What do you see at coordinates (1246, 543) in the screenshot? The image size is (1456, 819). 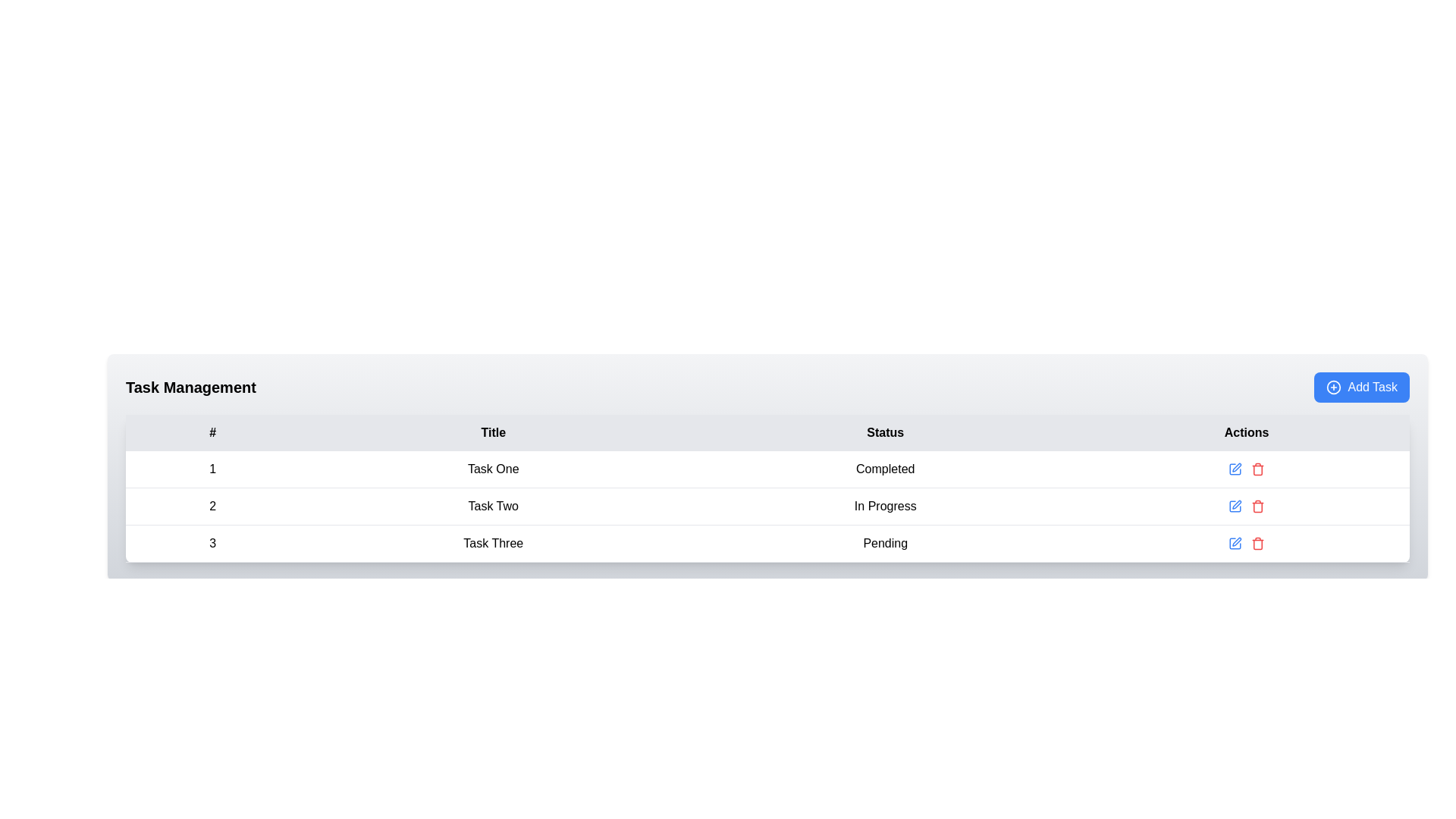 I see `the action control group icon located in the 'Actions' column of the third row of the task management table to initiate an action` at bounding box center [1246, 543].